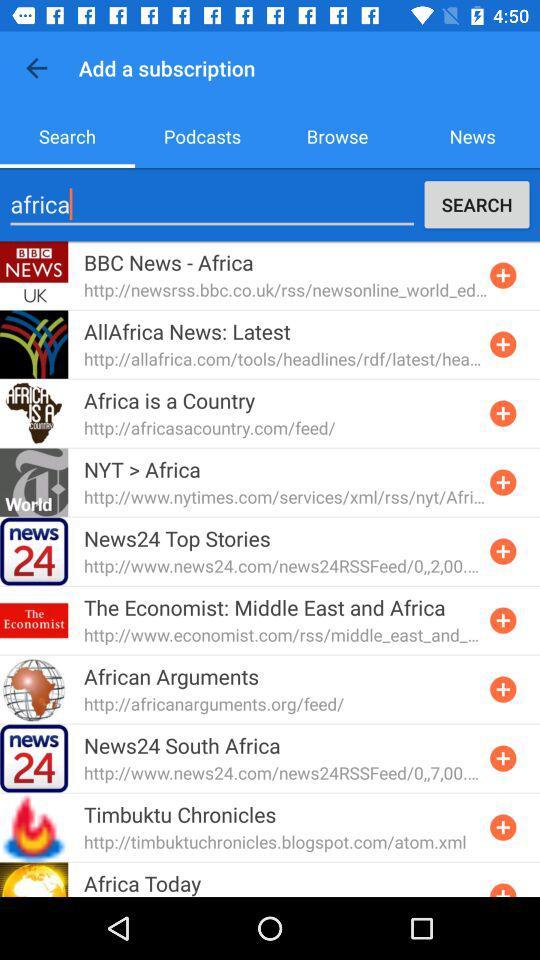 The image size is (540, 960). Describe the element at coordinates (202, 135) in the screenshot. I see `icon next to search icon` at that location.